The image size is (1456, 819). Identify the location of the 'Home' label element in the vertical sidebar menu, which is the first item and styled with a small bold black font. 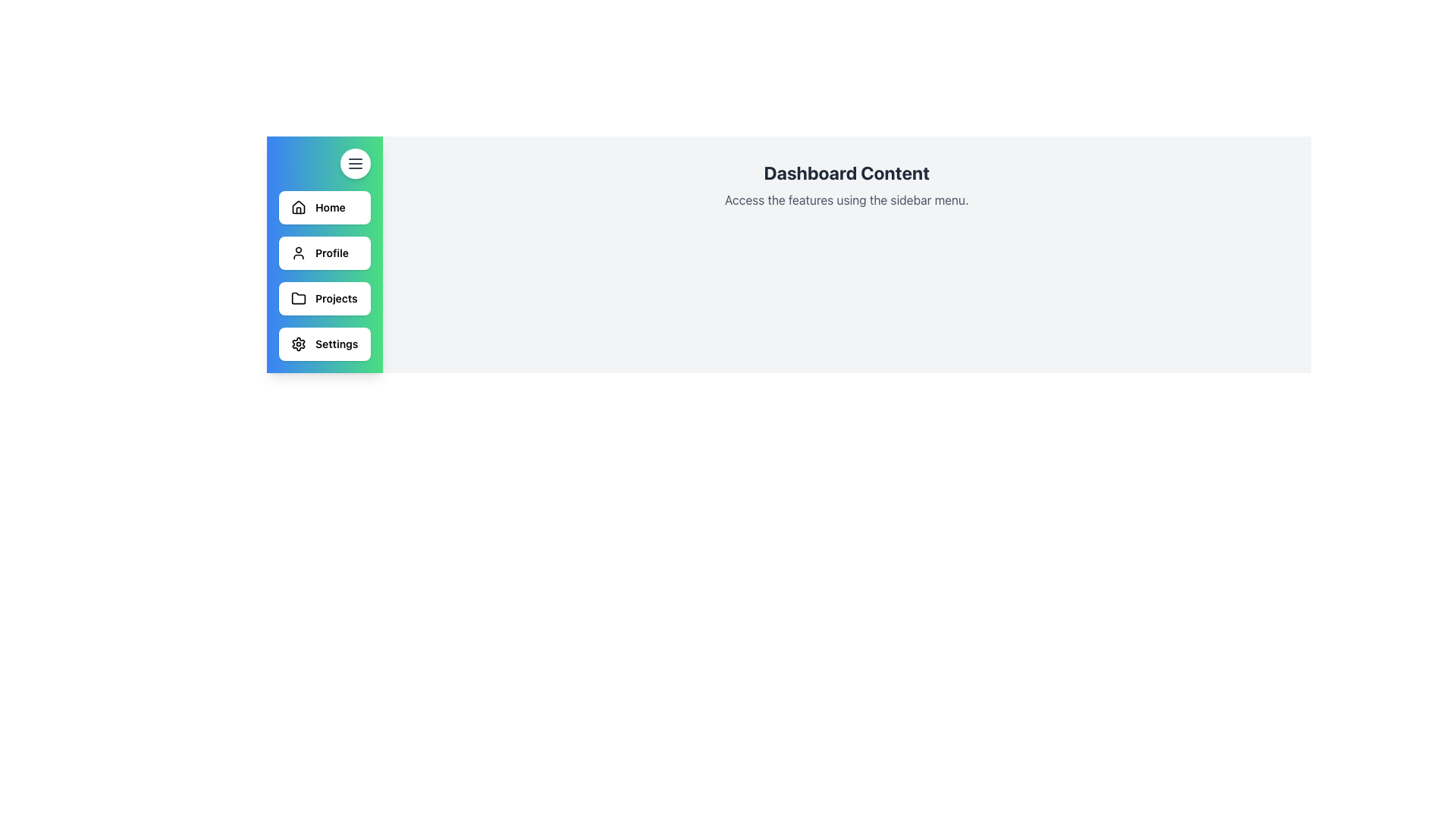
(329, 207).